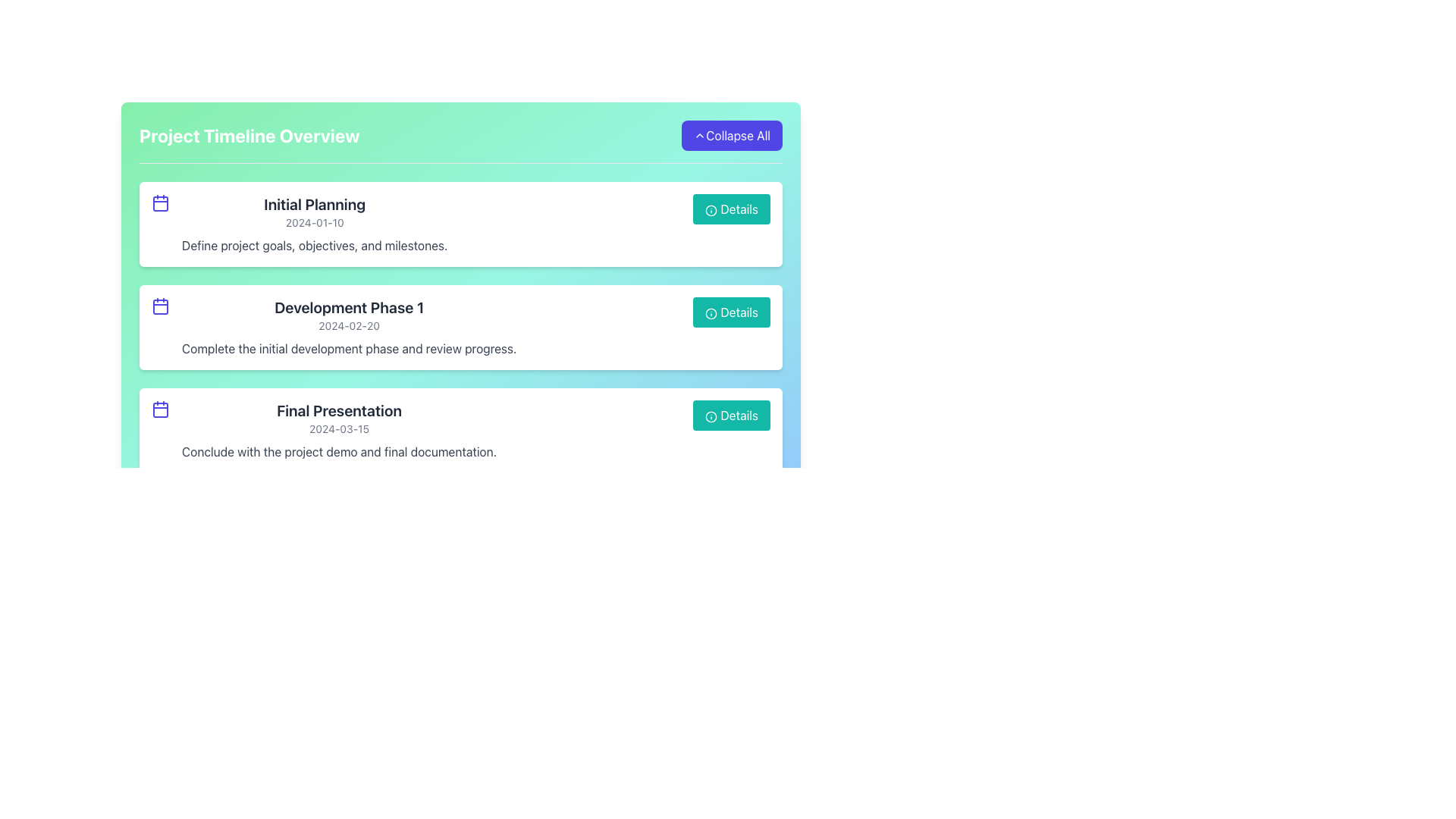 Image resolution: width=1456 pixels, height=819 pixels. Describe the element at coordinates (160, 306) in the screenshot. I see `the calendar icon located to the left of the text description and date within the 'Development Phase 1' entry in the timeline interface` at that location.